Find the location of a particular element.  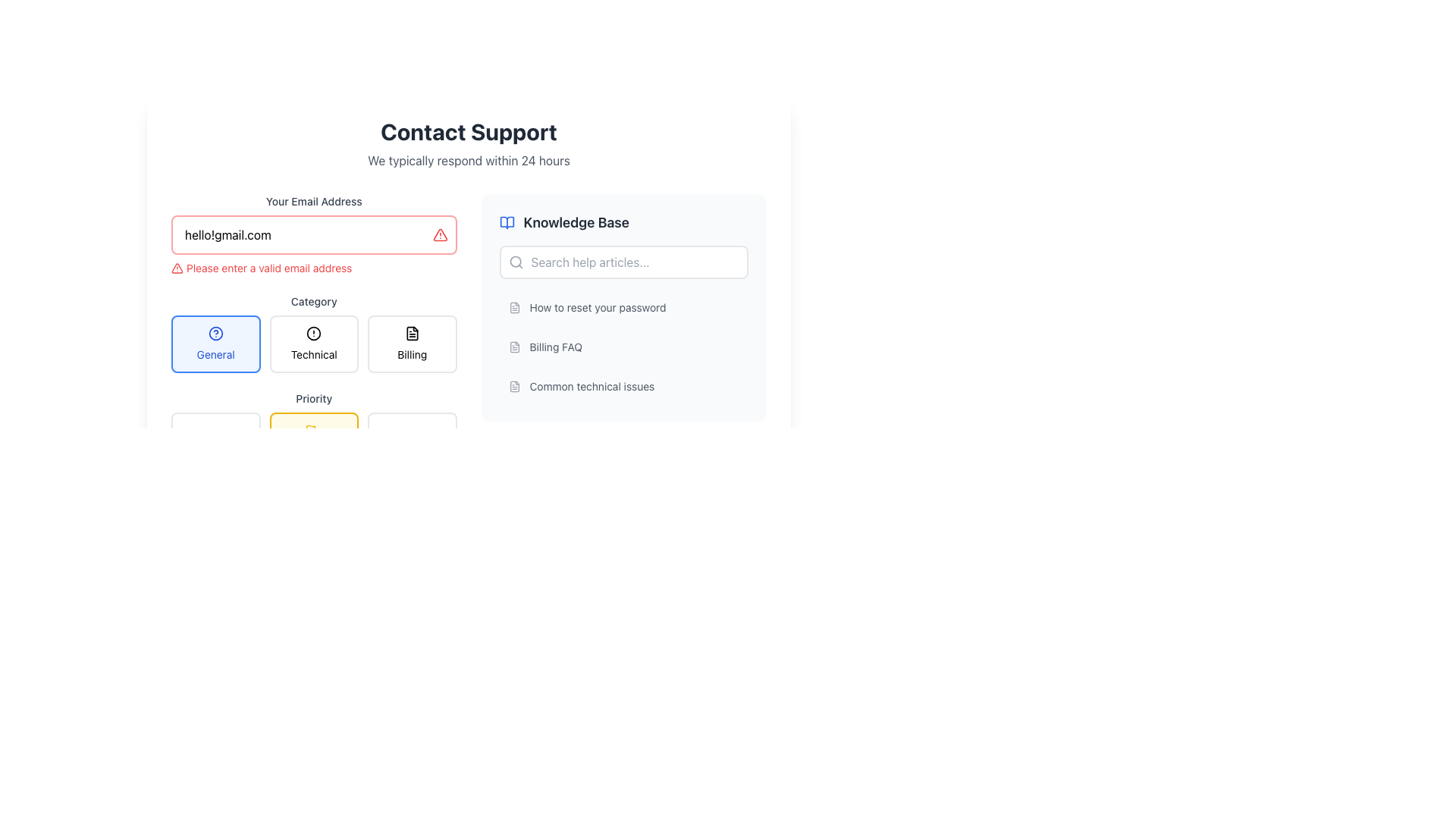

the 'Billing' text label within the button in the 'Category' section, which is the third button aligned horizontally is located at coordinates (412, 354).